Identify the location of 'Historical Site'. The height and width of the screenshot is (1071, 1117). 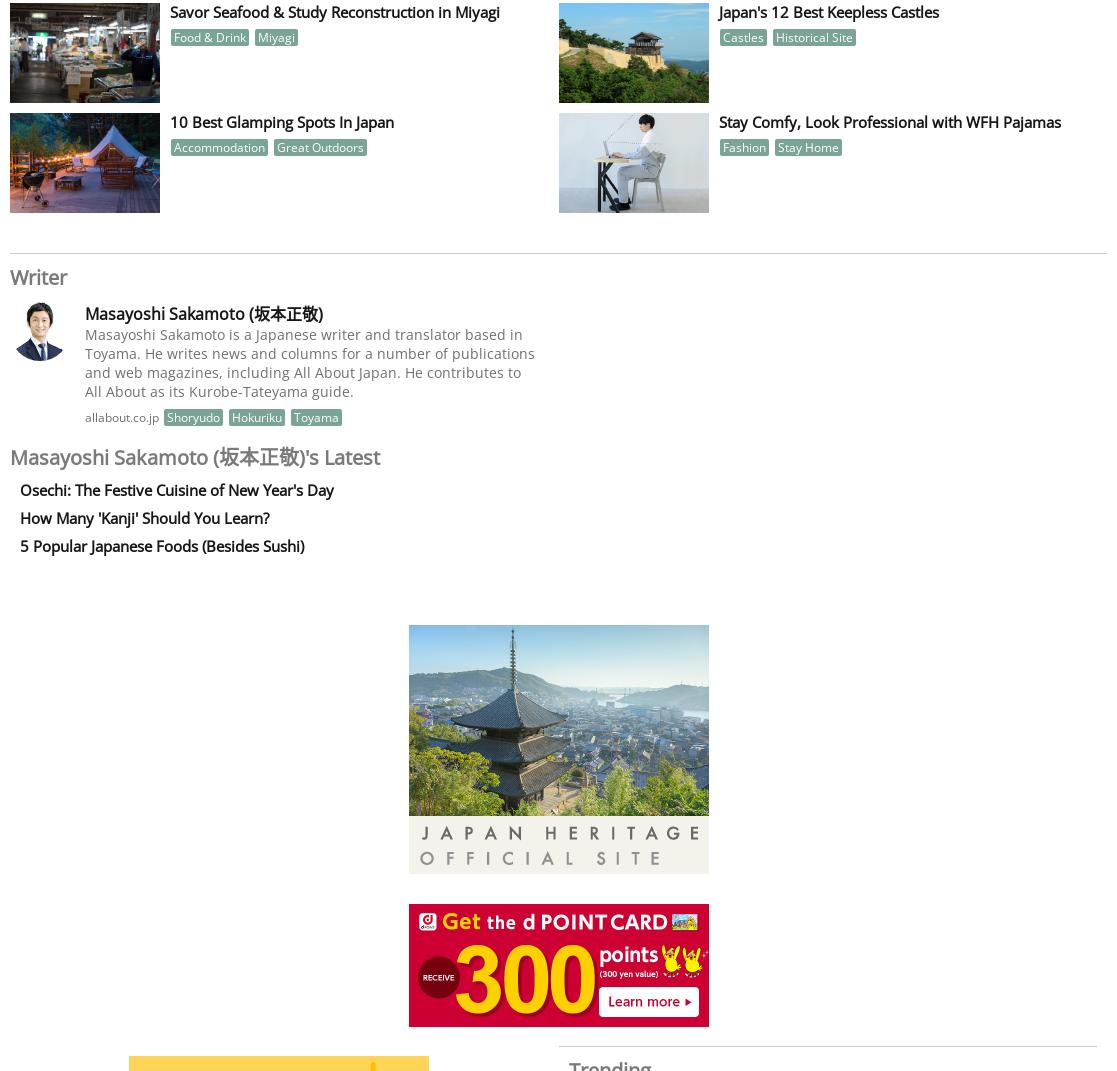
(813, 35).